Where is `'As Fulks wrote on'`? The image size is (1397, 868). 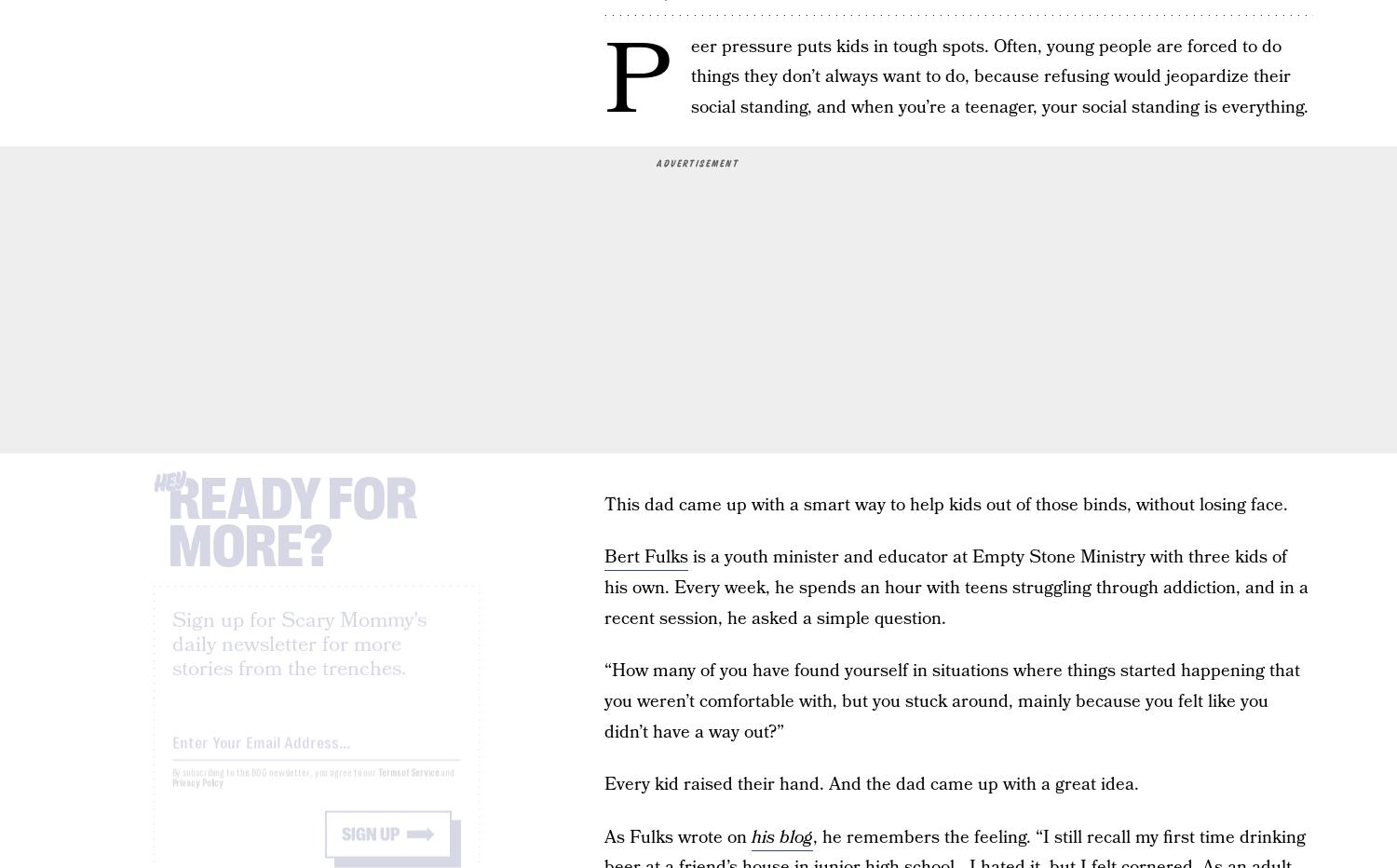 'As Fulks wrote on' is located at coordinates (604, 836).